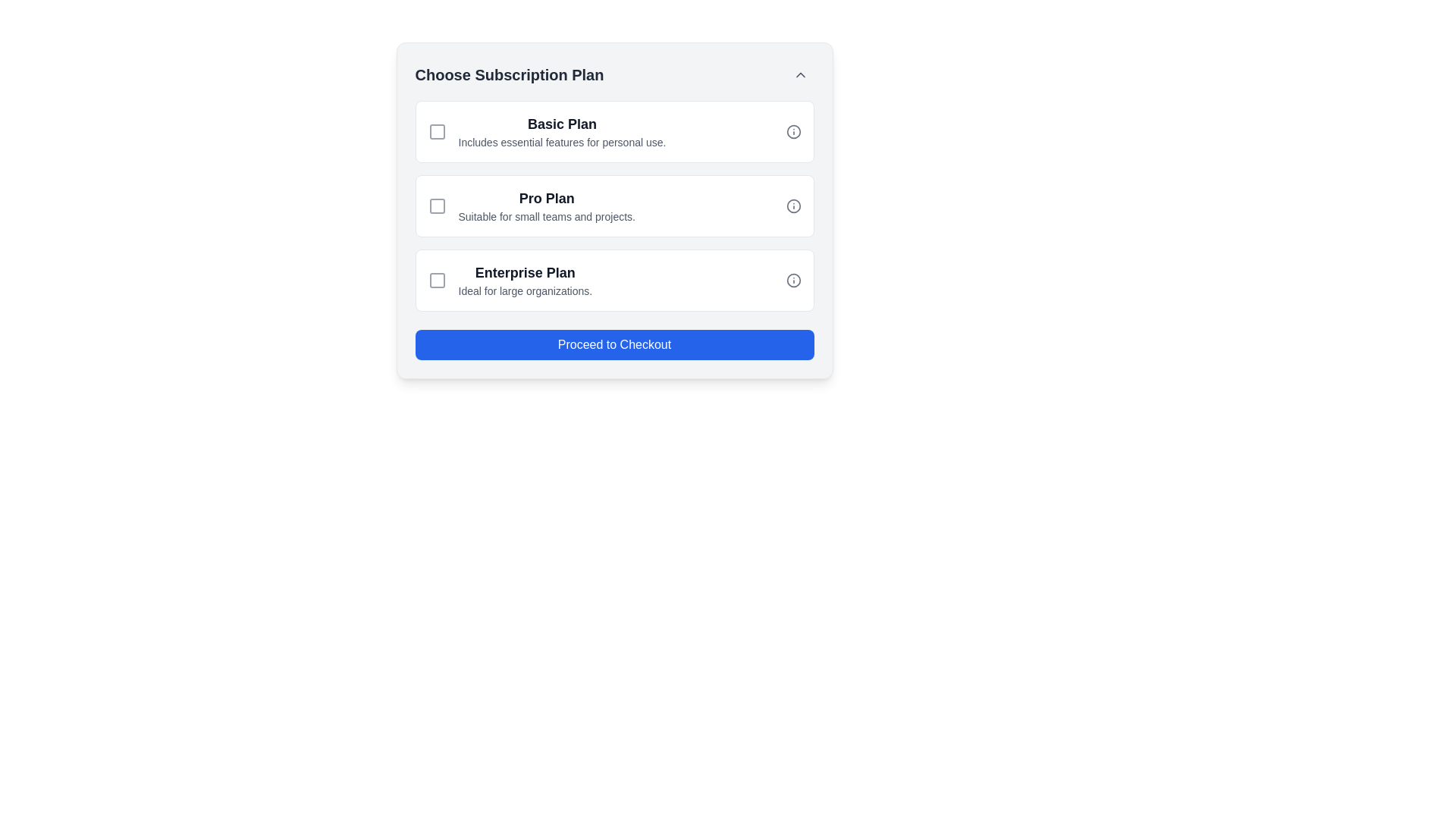 The image size is (1456, 819). I want to click on the checkbox, so click(436, 130).